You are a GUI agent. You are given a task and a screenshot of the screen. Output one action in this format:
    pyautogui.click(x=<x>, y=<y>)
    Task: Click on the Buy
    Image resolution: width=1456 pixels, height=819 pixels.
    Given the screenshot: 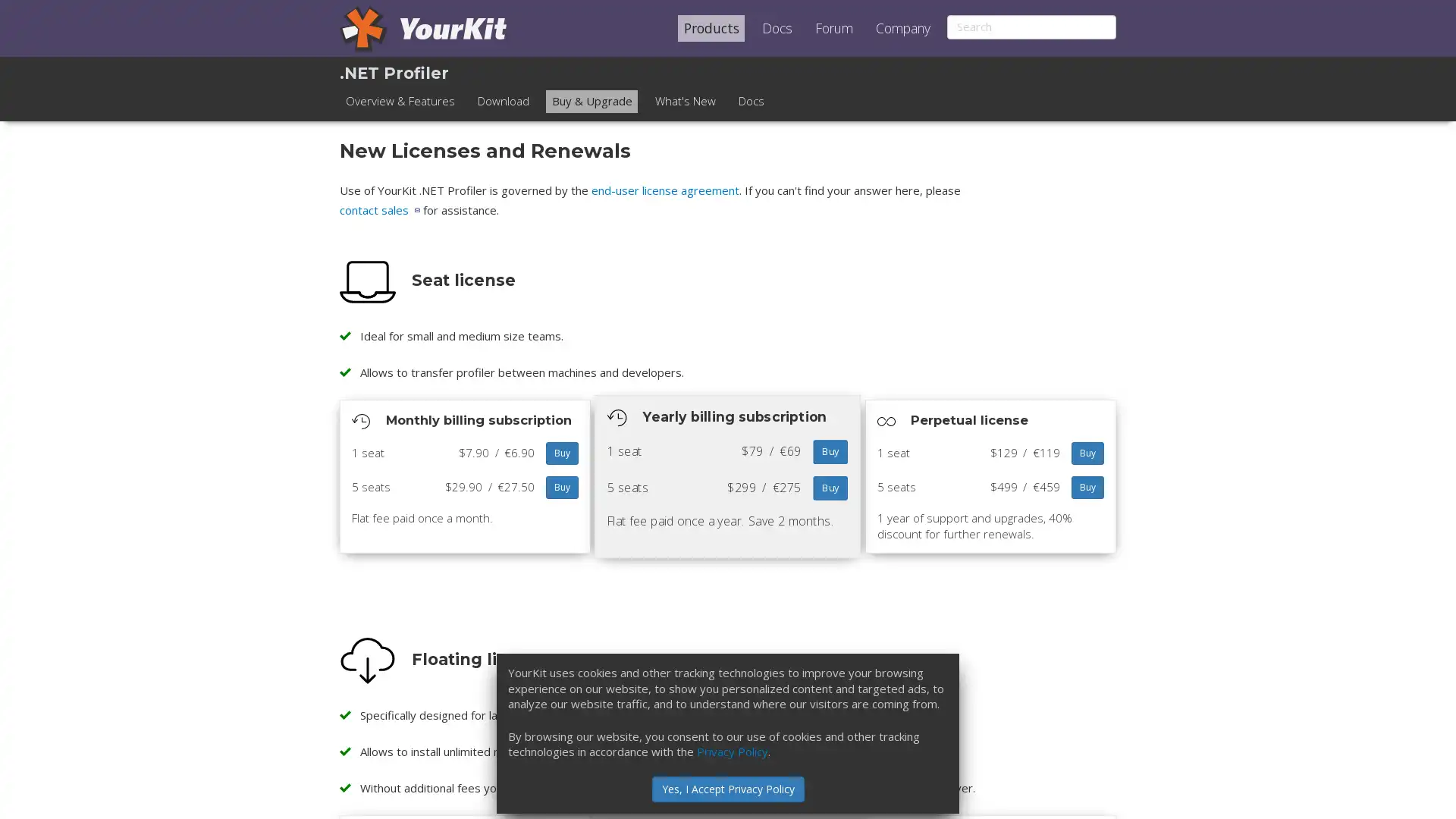 What is the action you would take?
    pyautogui.click(x=1086, y=452)
    